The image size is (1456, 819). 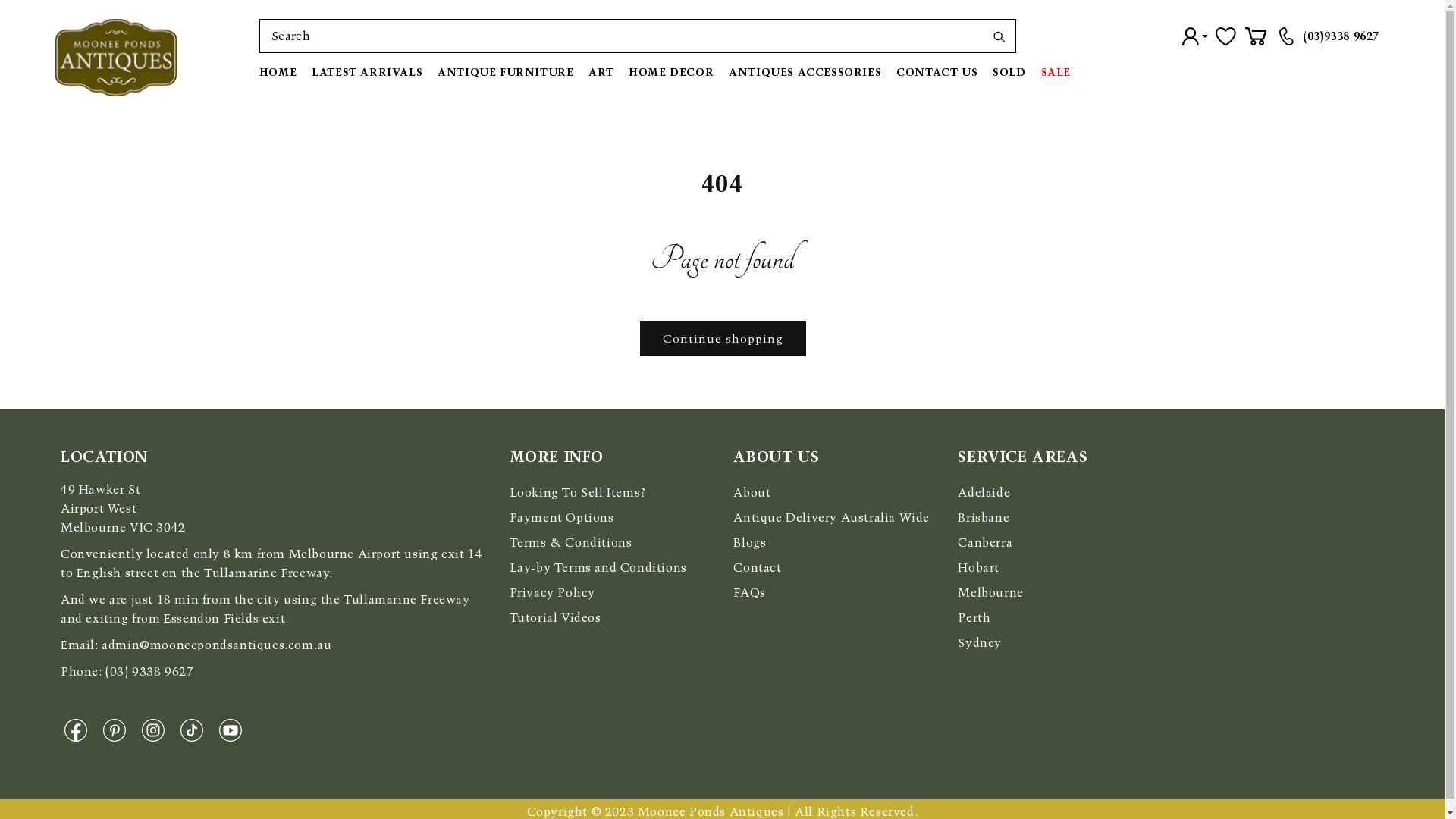 I want to click on 'Canberra', so click(x=985, y=541).